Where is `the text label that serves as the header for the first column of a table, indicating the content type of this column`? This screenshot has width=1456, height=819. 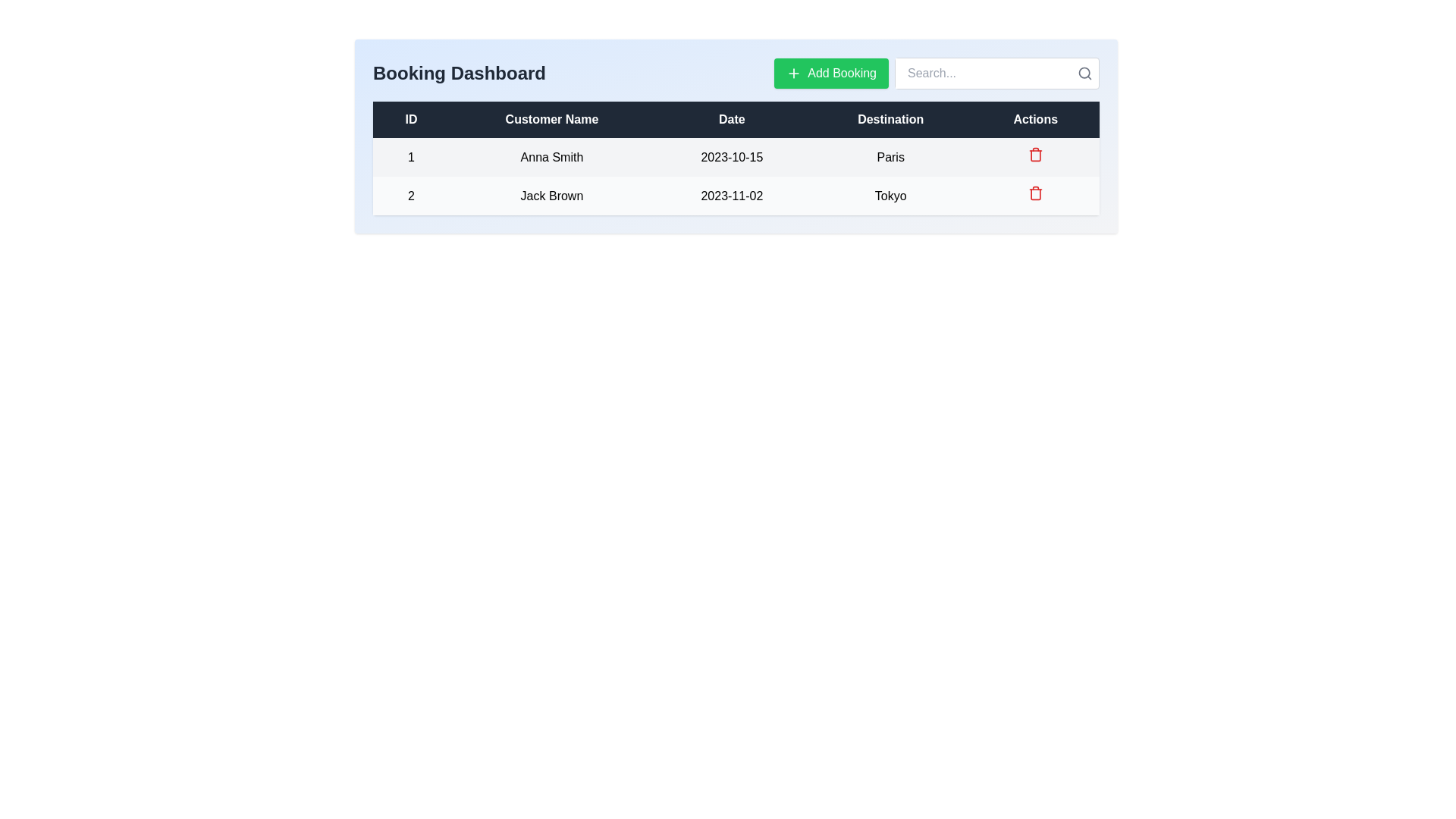
the text label that serves as the header for the first column of a table, indicating the content type of this column is located at coordinates (411, 119).